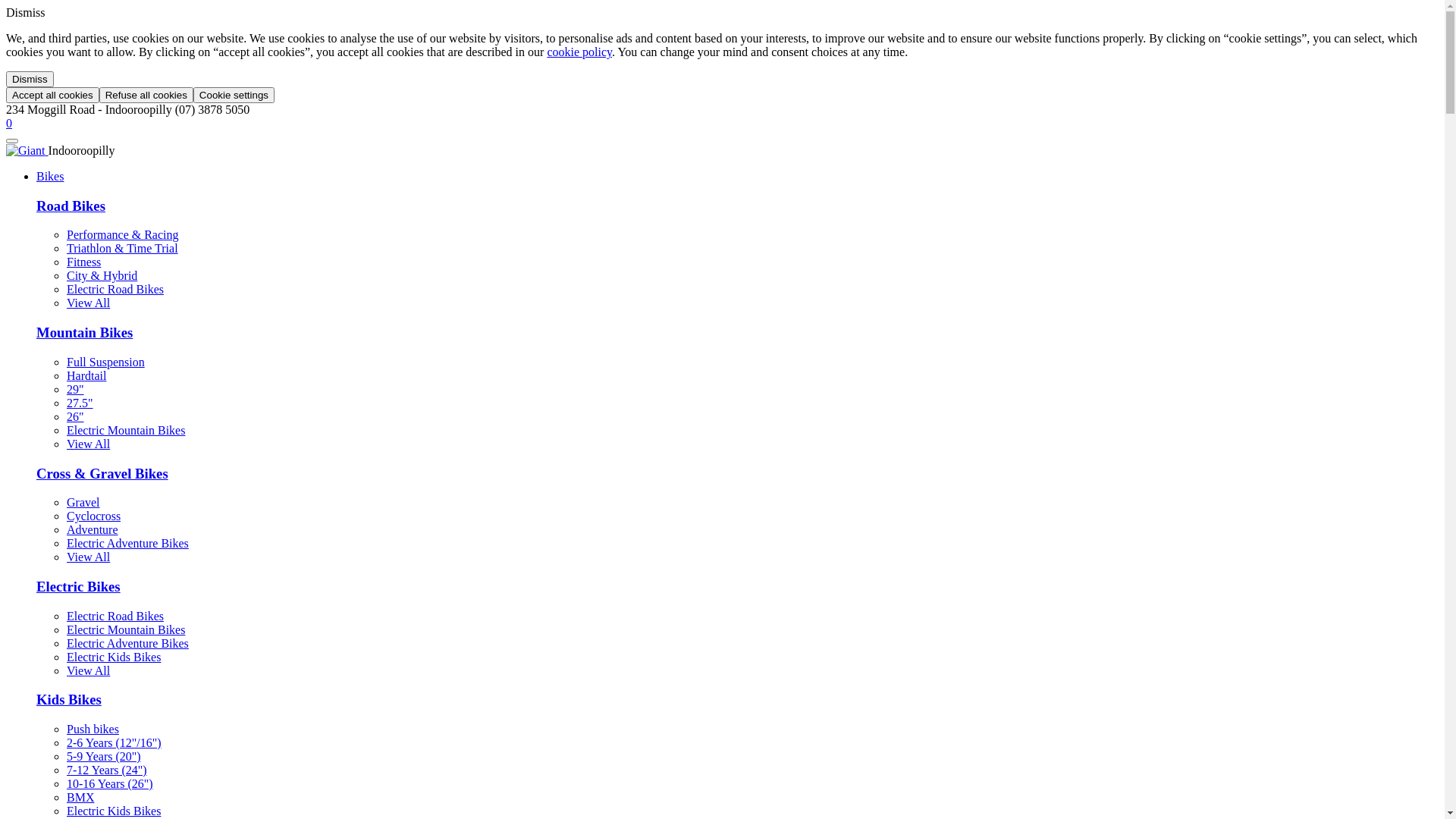 This screenshot has height=819, width=1456. I want to click on 'View All', so click(87, 557).